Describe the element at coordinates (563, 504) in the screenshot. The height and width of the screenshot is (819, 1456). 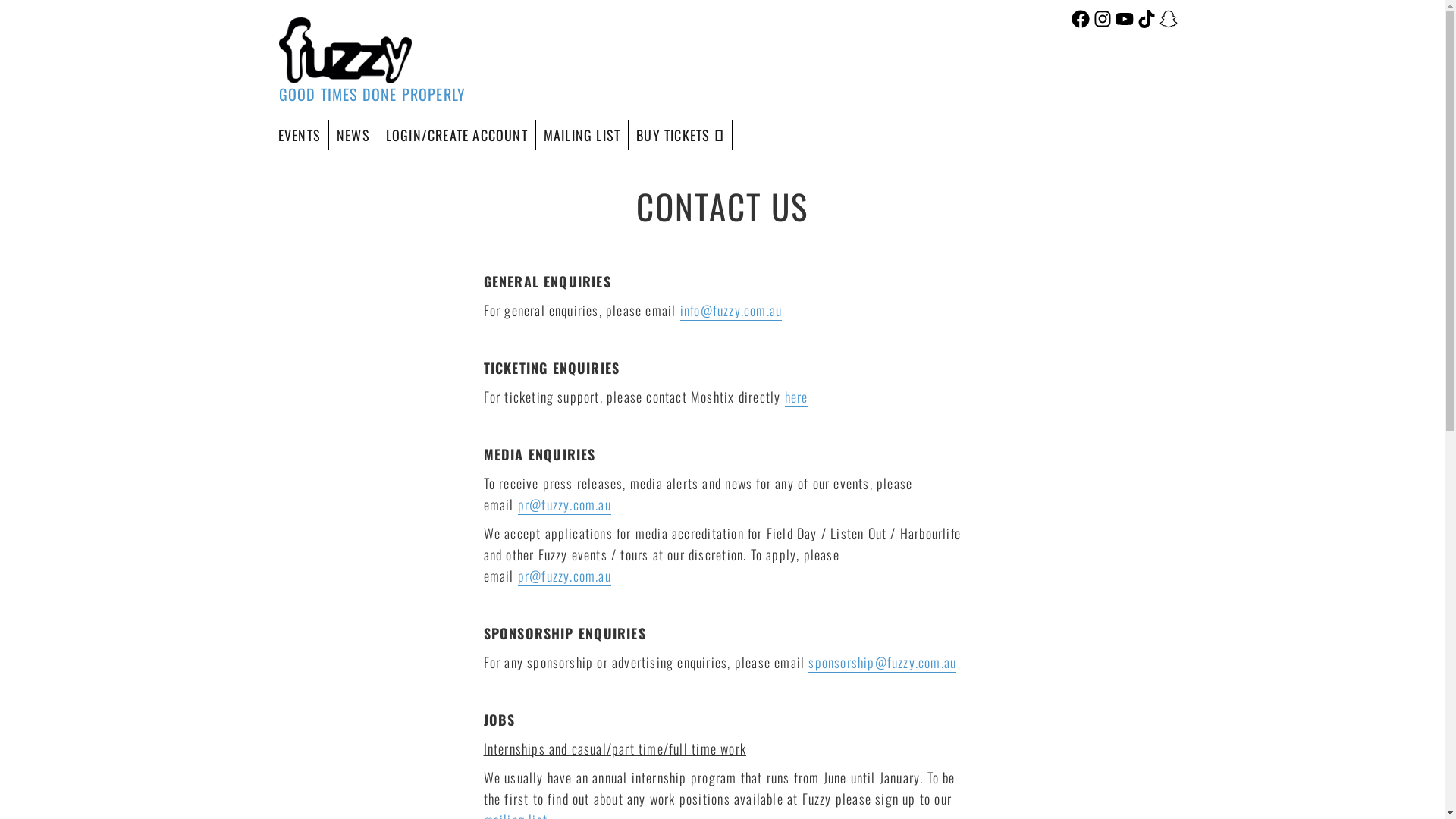
I see `'pr@fuzzy.com.au'` at that location.